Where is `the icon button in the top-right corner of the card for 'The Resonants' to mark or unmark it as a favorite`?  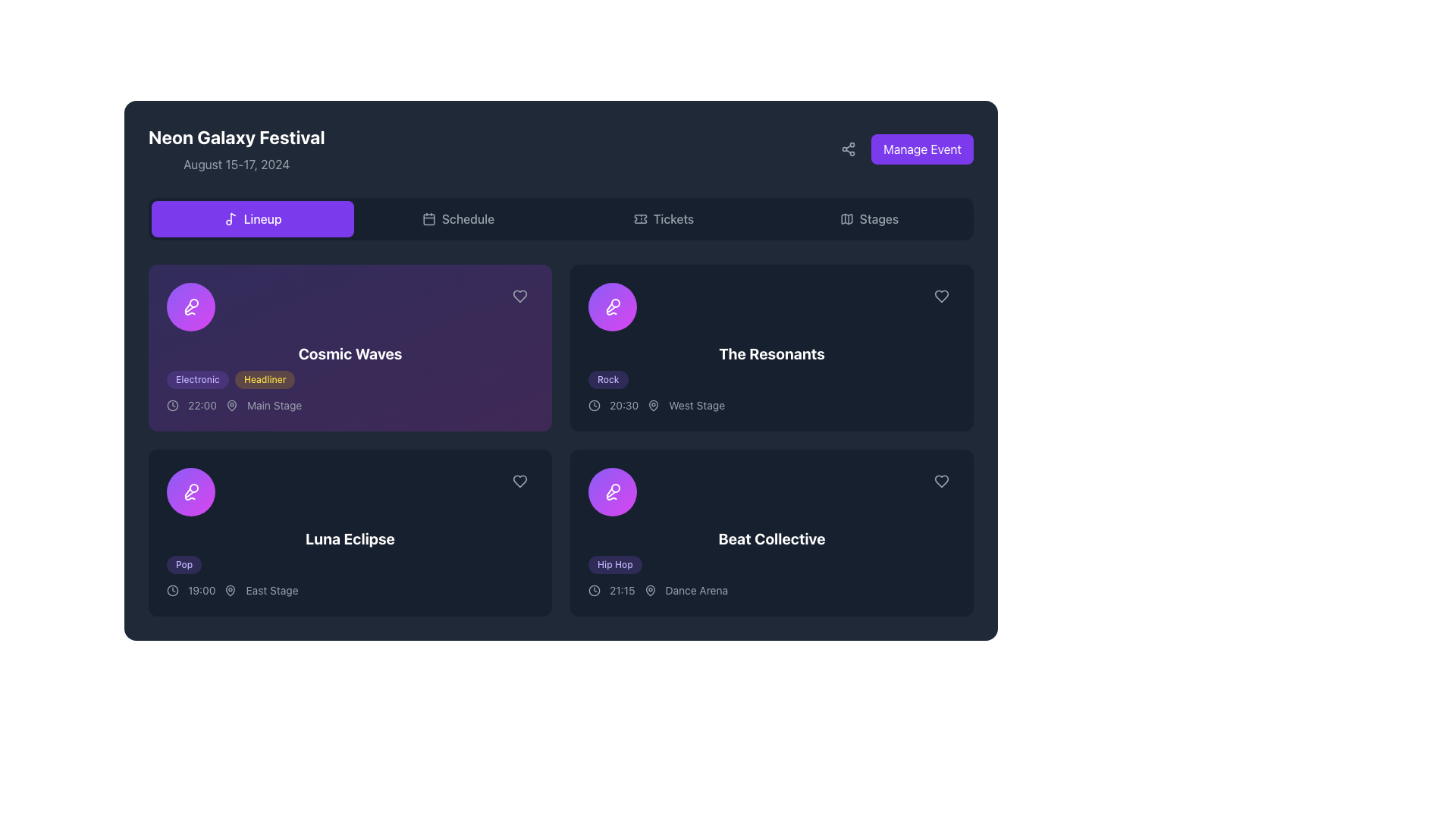 the icon button in the top-right corner of the card for 'The Resonants' to mark or unmark it as a favorite is located at coordinates (941, 296).